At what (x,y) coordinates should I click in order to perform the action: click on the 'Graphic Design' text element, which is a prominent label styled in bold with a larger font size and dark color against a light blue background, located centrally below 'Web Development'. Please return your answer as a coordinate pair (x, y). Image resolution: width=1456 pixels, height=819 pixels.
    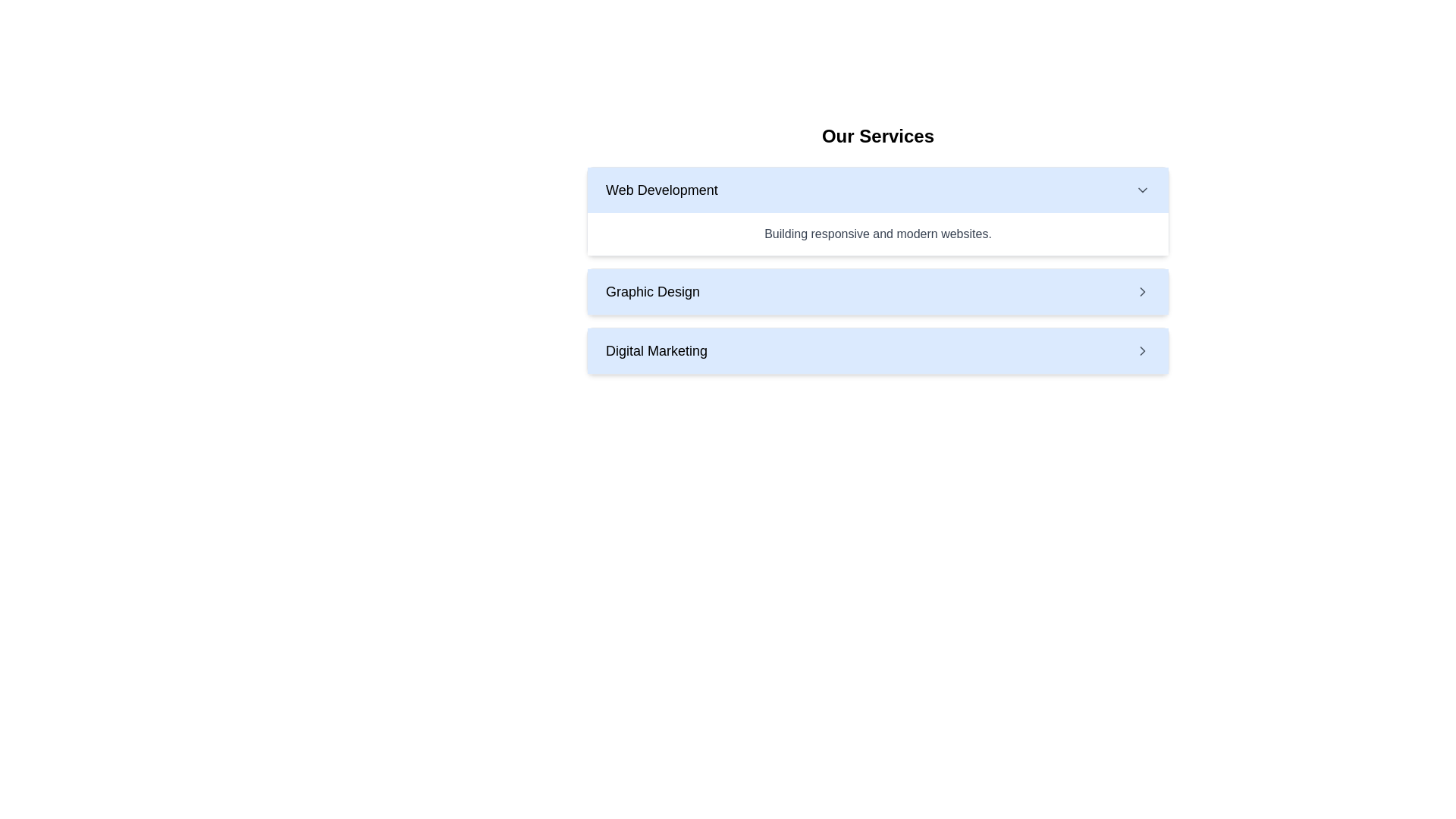
    Looking at the image, I should click on (653, 292).